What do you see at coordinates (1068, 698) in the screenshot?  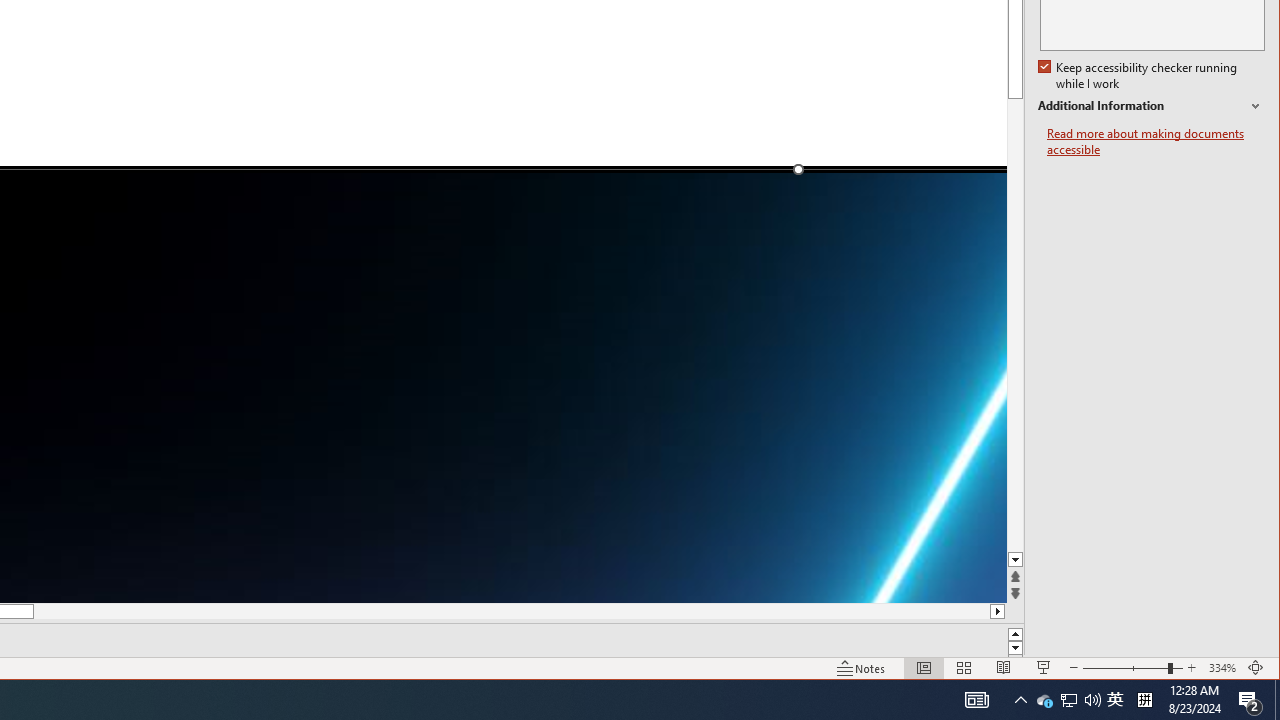 I see `'Notification Chevron'` at bounding box center [1068, 698].